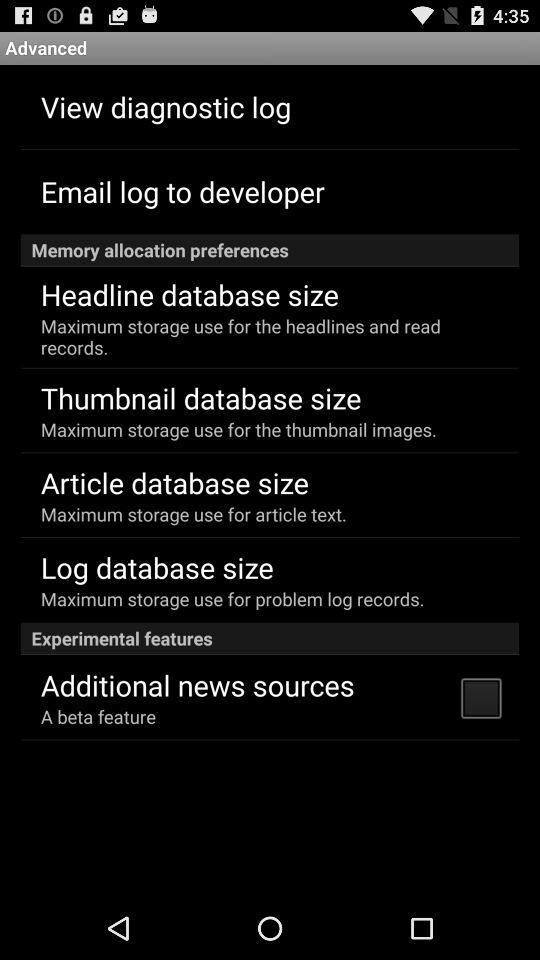  What do you see at coordinates (479, 697) in the screenshot?
I see `the app below the experimental features` at bounding box center [479, 697].